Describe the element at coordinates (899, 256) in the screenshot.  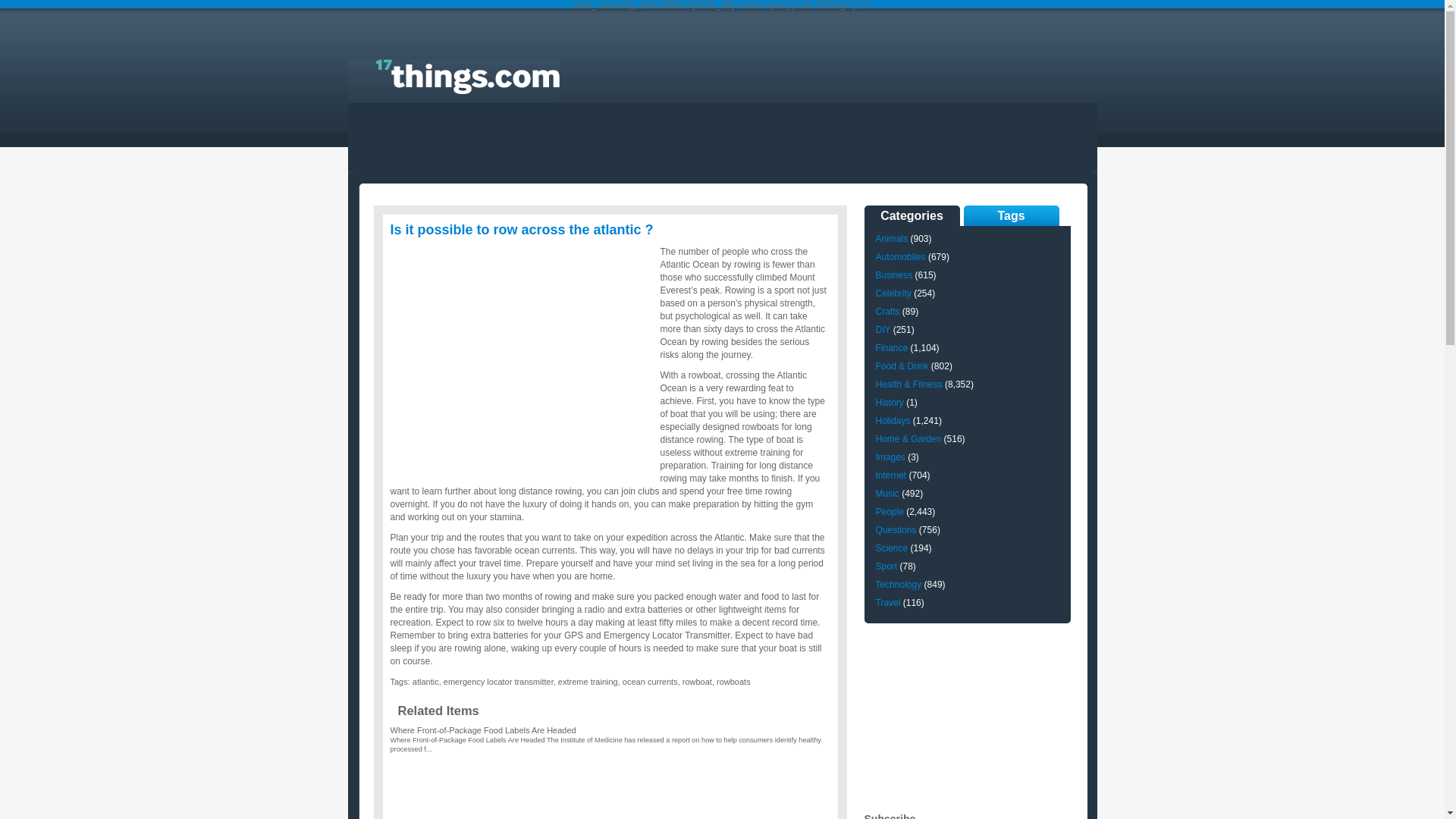
I see `'Automobiles'` at that location.